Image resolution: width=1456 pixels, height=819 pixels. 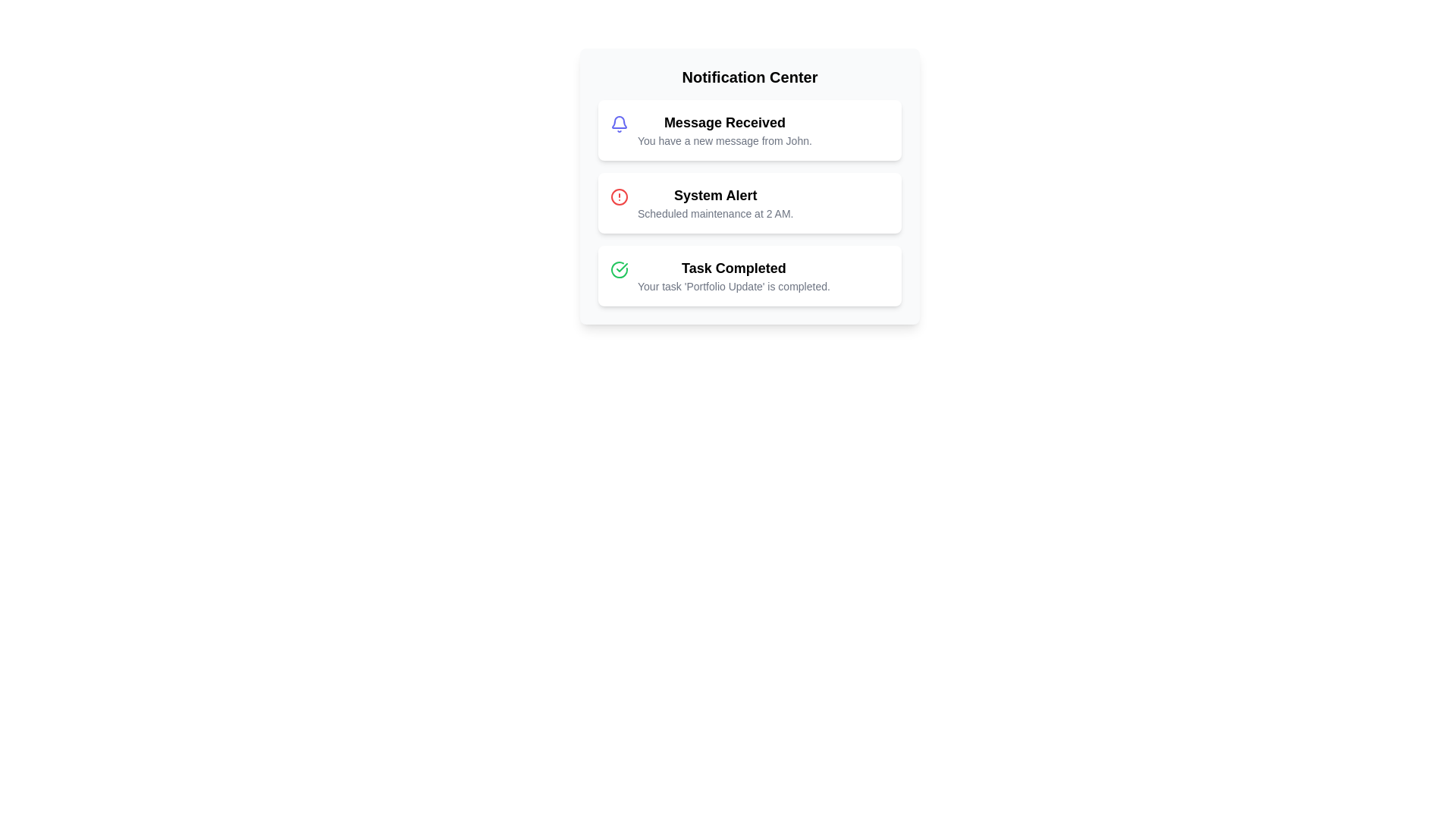 I want to click on the icon associated with the notification's status for Task Completed, so click(x=619, y=268).